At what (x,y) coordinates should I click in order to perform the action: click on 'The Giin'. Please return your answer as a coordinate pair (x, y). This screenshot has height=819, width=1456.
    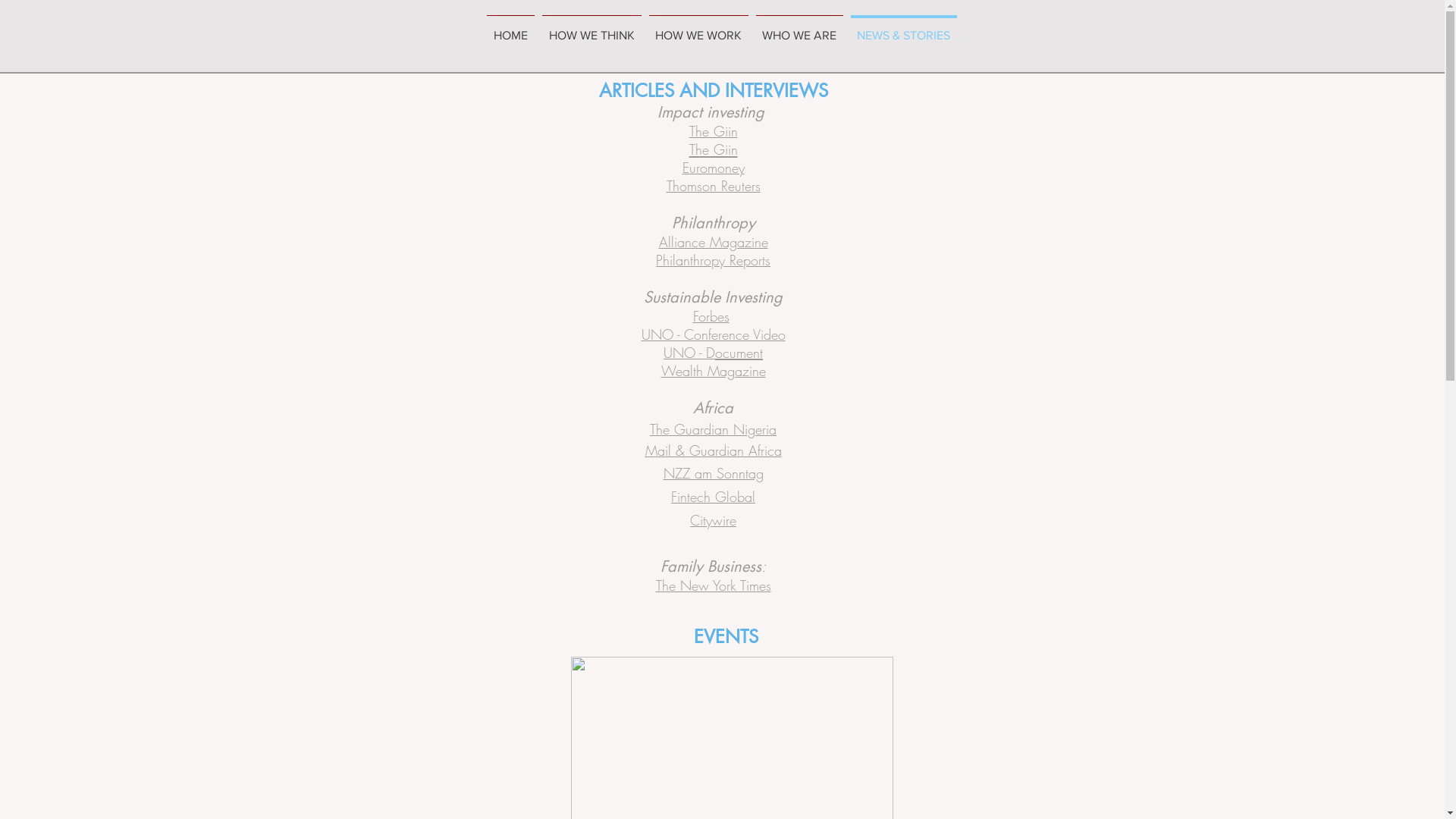
    Looking at the image, I should click on (712, 130).